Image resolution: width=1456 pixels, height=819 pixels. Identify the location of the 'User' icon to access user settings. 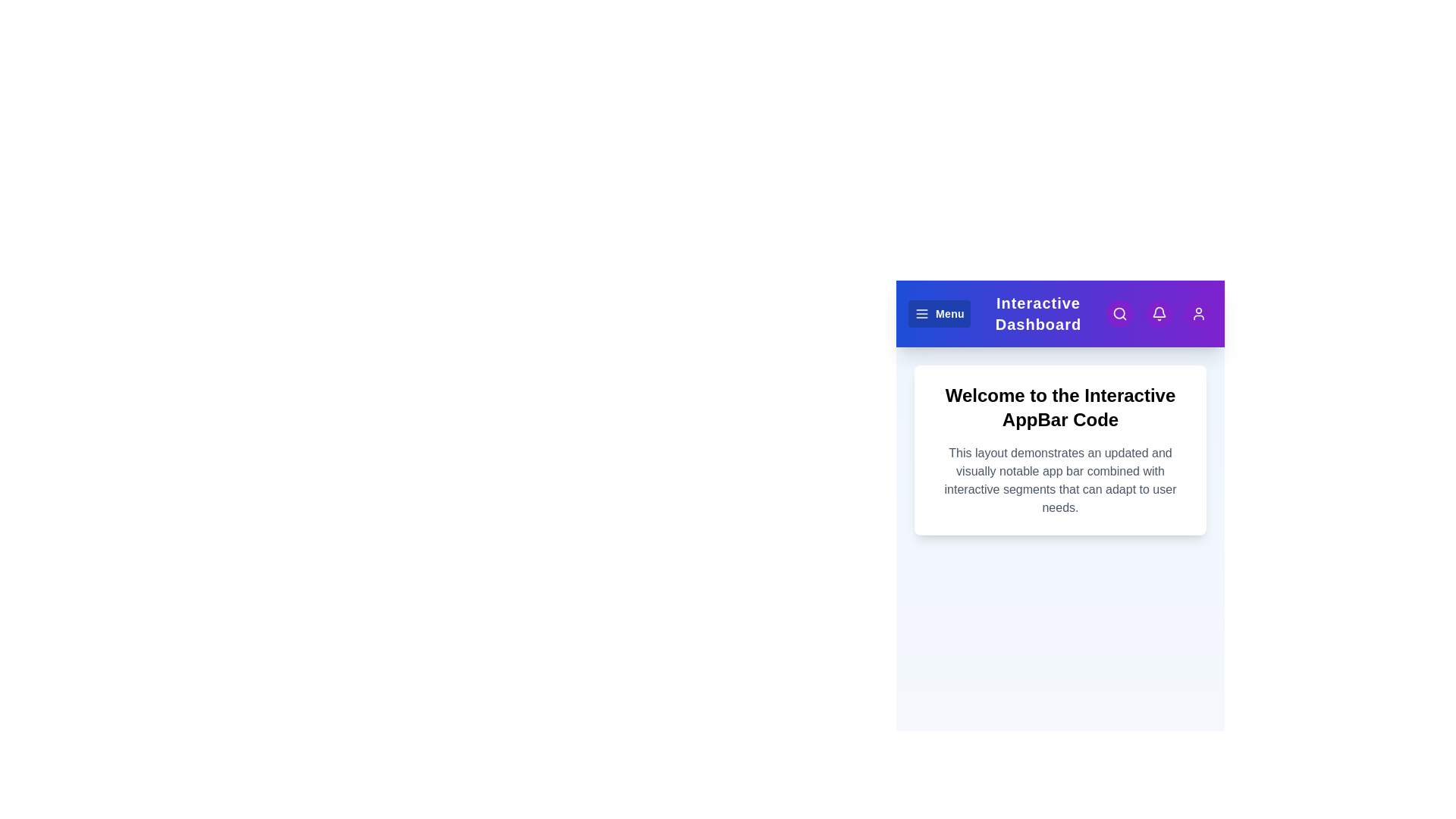
(1197, 312).